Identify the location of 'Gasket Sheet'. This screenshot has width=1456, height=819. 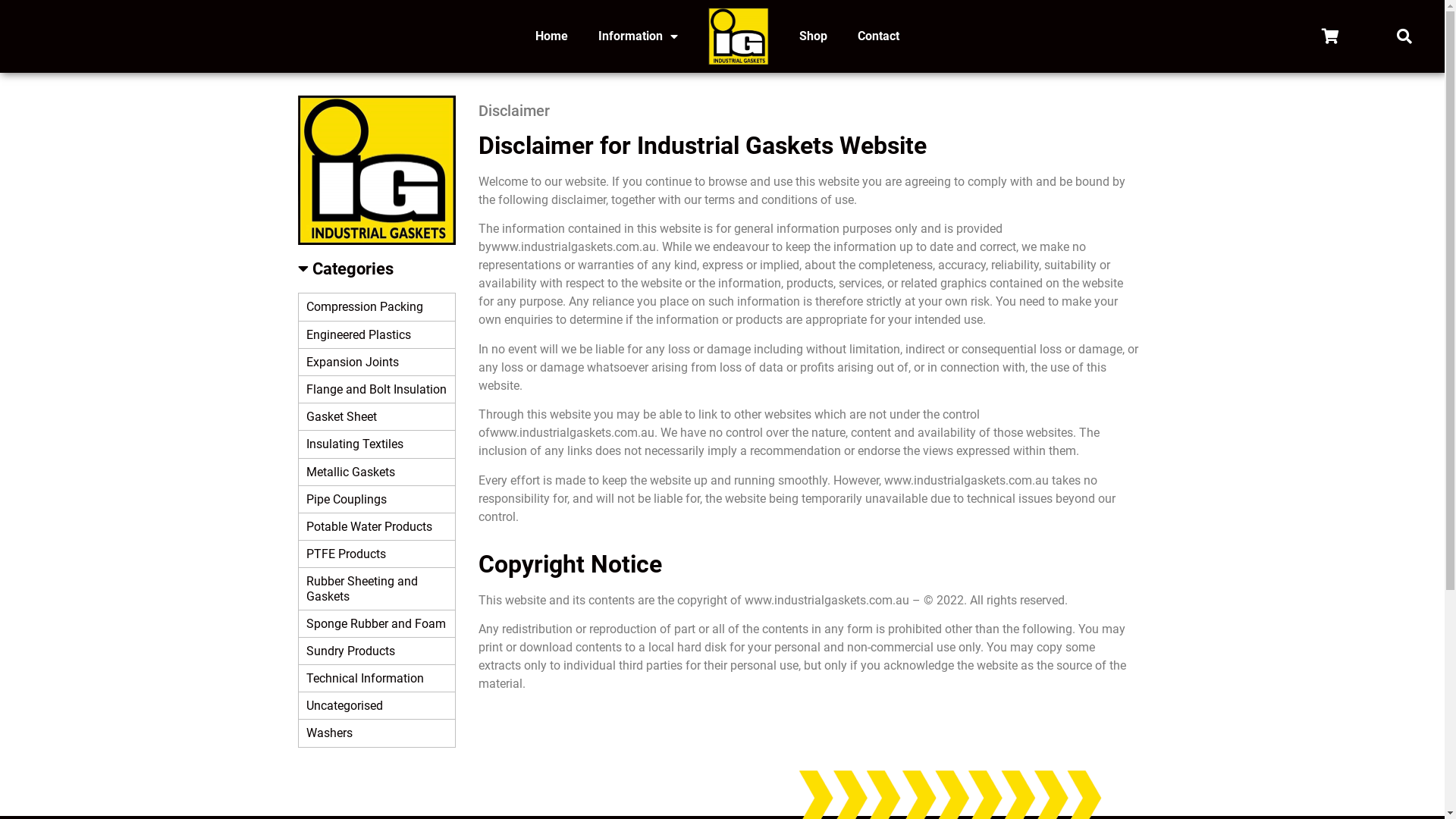
(377, 417).